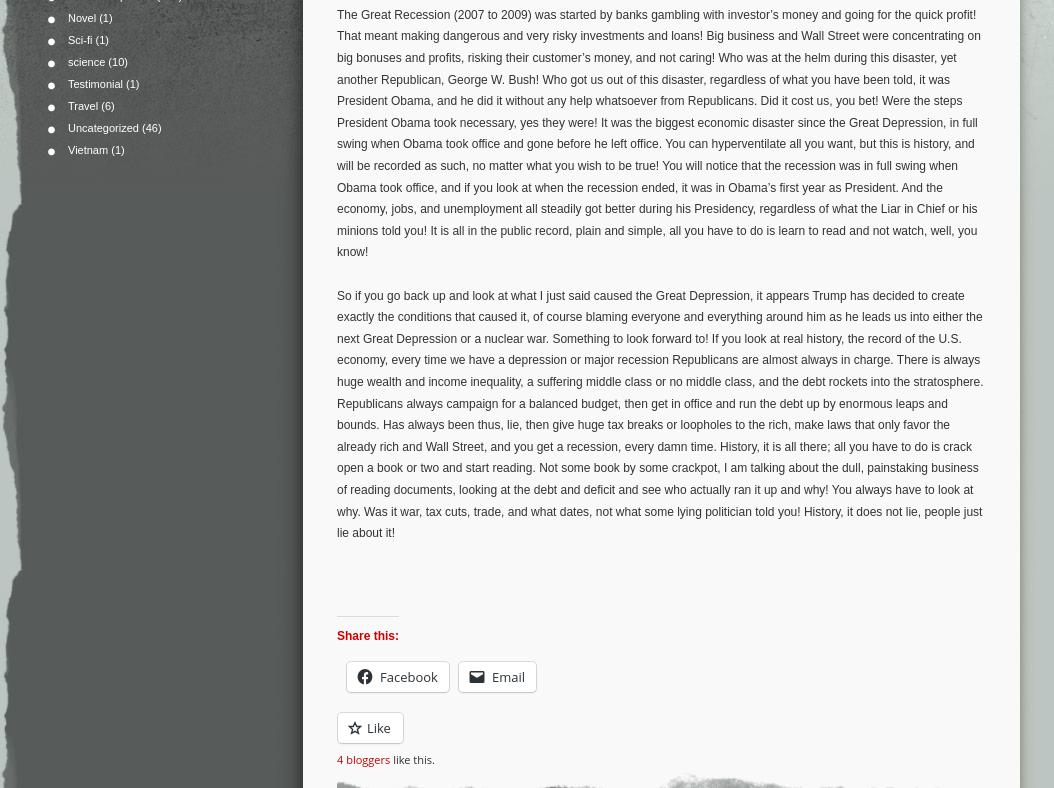 The height and width of the screenshot is (788, 1054). Describe the element at coordinates (407, 675) in the screenshot. I see `'Facebook'` at that location.